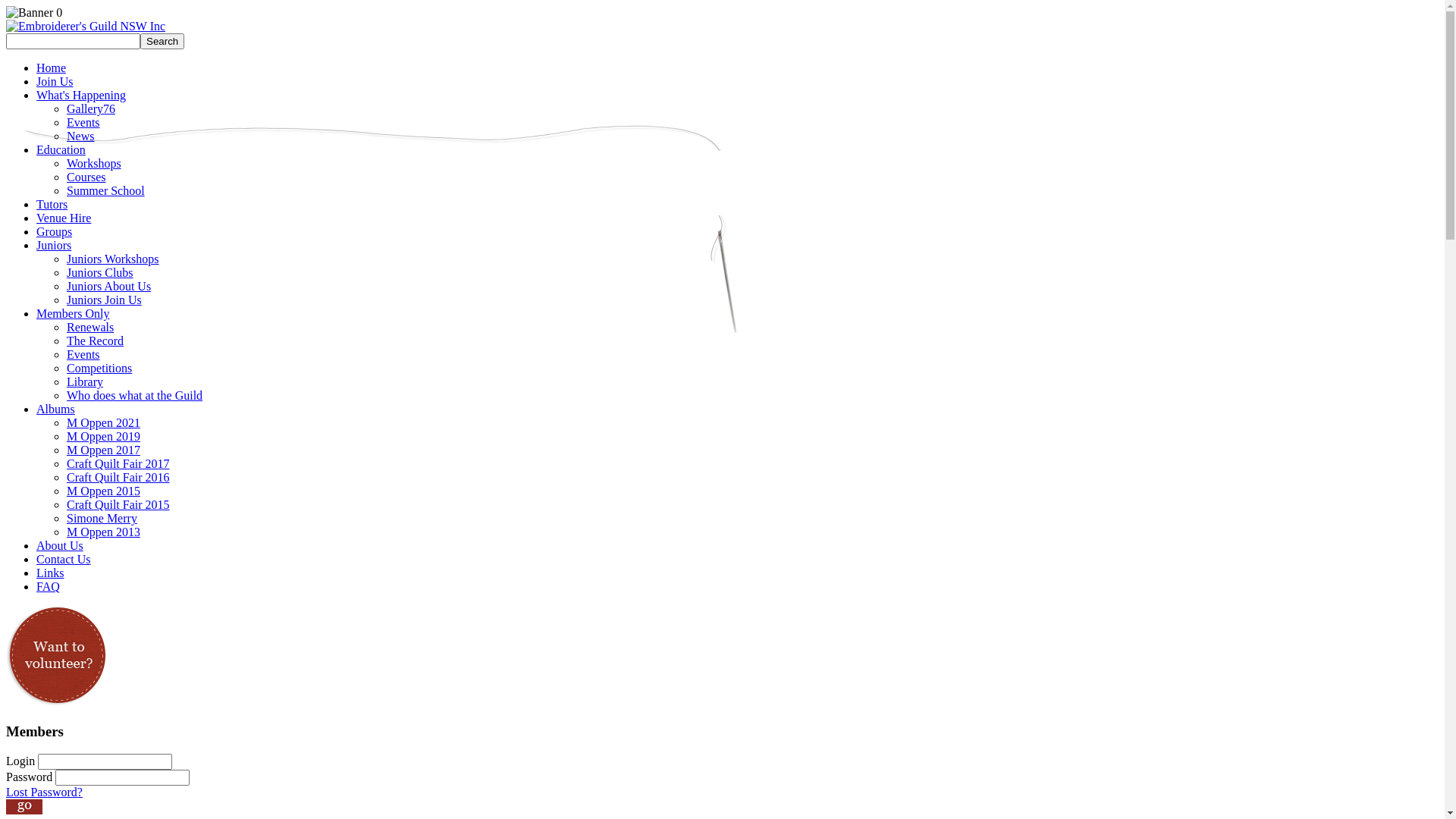  What do you see at coordinates (55, 408) in the screenshot?
I see `'Albums'` at bounding box center [55, 408].